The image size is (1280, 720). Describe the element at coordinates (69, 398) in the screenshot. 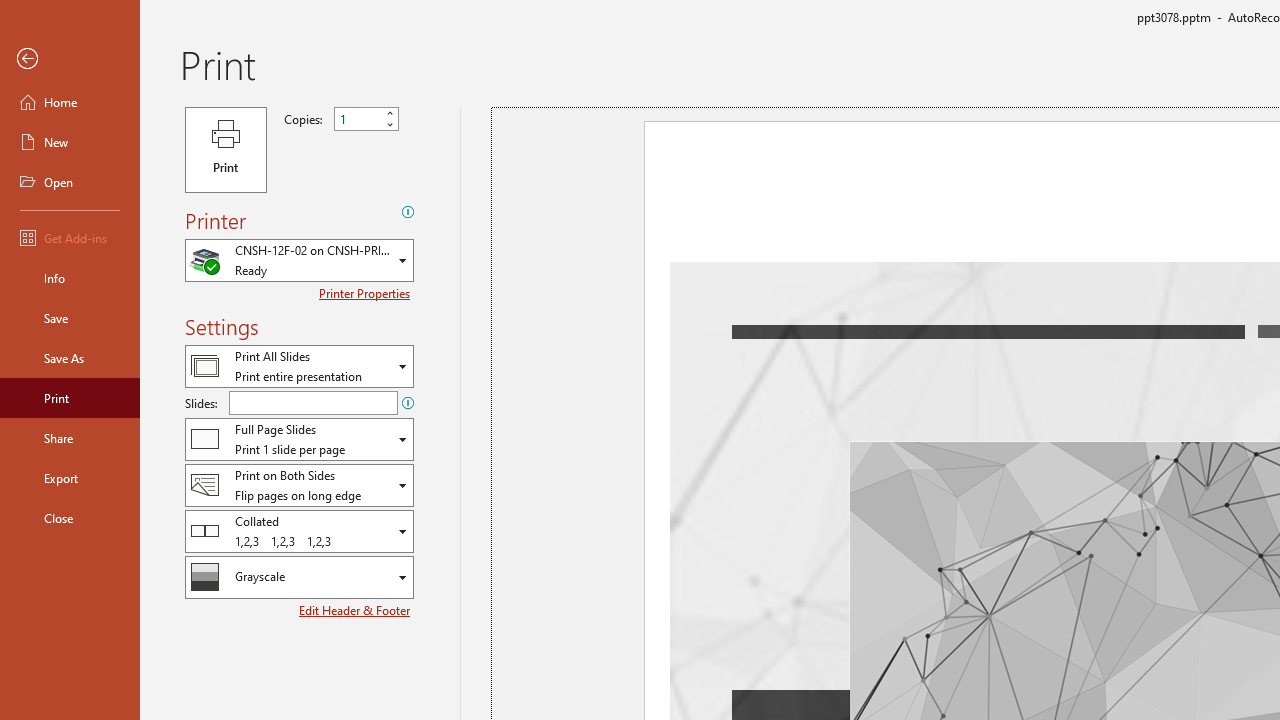

I see `'Print'` at that location.